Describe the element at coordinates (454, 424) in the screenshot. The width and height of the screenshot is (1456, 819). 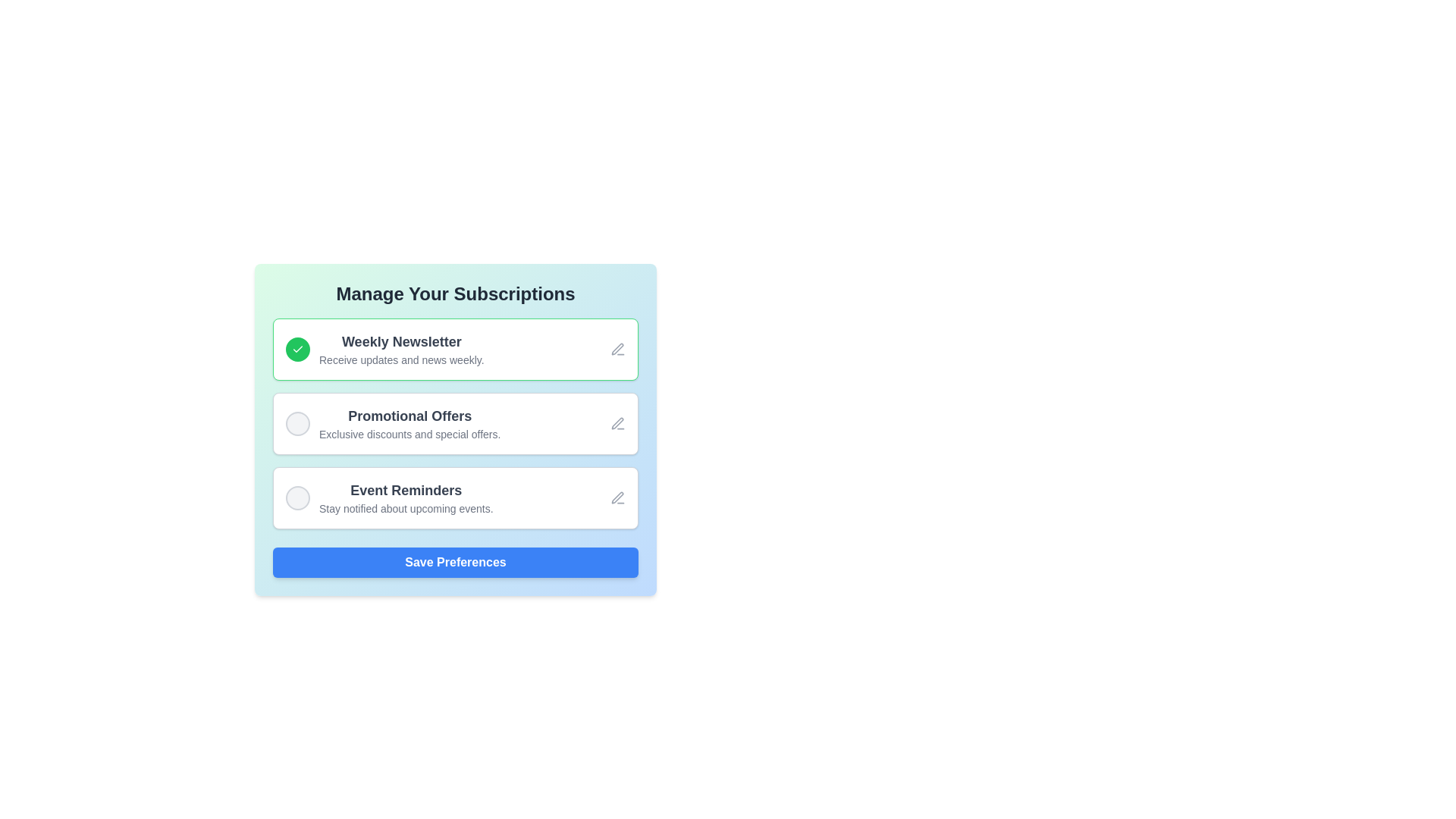
I see `the rounded checkbox indicator next to the 'Promotional Offers' subscription option` at that location.